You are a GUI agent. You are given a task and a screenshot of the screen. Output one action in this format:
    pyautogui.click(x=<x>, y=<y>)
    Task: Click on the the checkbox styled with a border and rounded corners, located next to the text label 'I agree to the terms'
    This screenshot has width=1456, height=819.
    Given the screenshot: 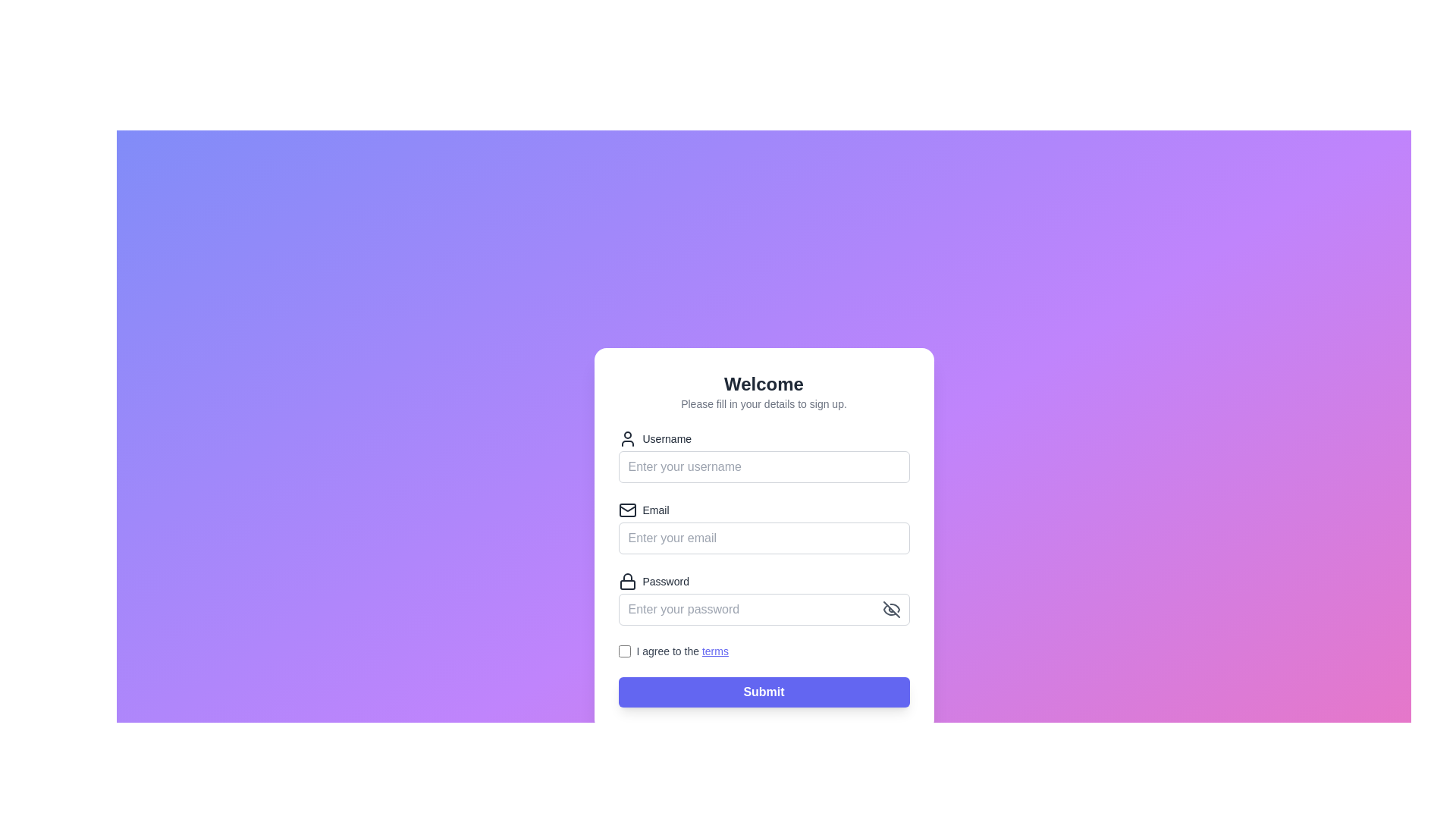 What is the action you would take?
    pyautogui.click(x=624, y=651)
    